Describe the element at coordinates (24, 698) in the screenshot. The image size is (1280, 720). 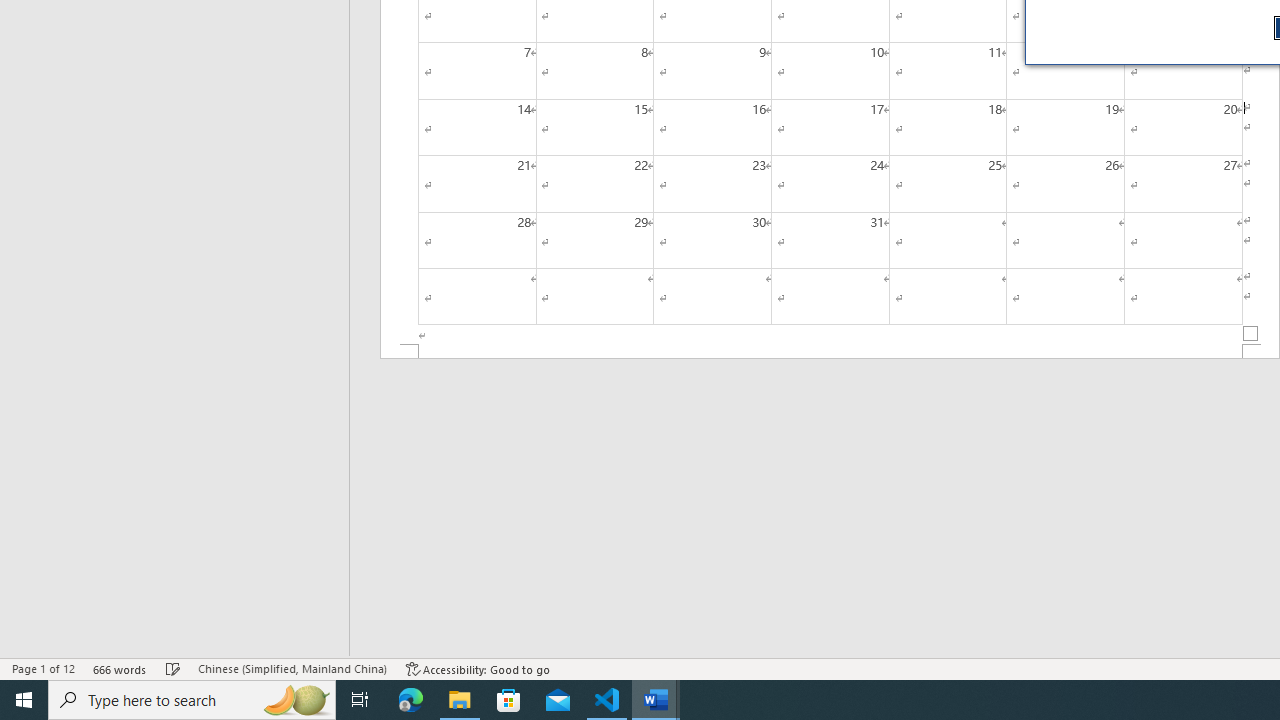
I see `'Start'` at that location.